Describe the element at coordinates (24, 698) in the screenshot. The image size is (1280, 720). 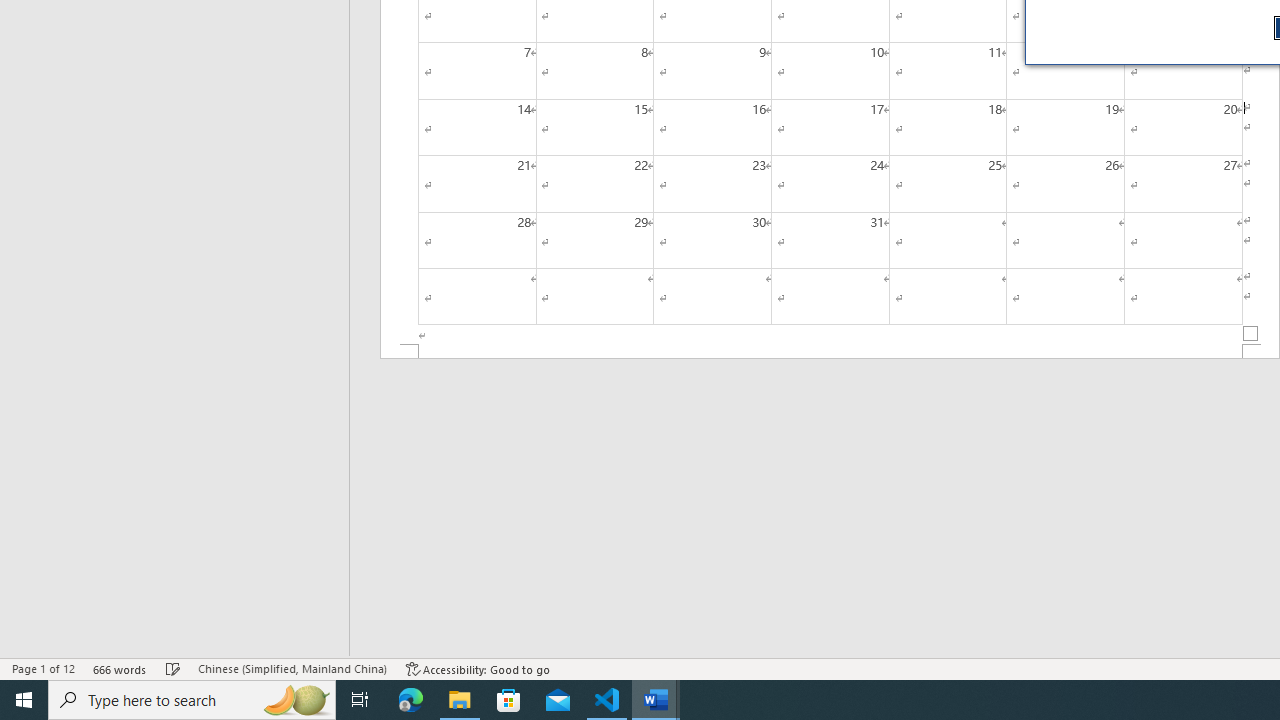
I see `'Start'` at that location.